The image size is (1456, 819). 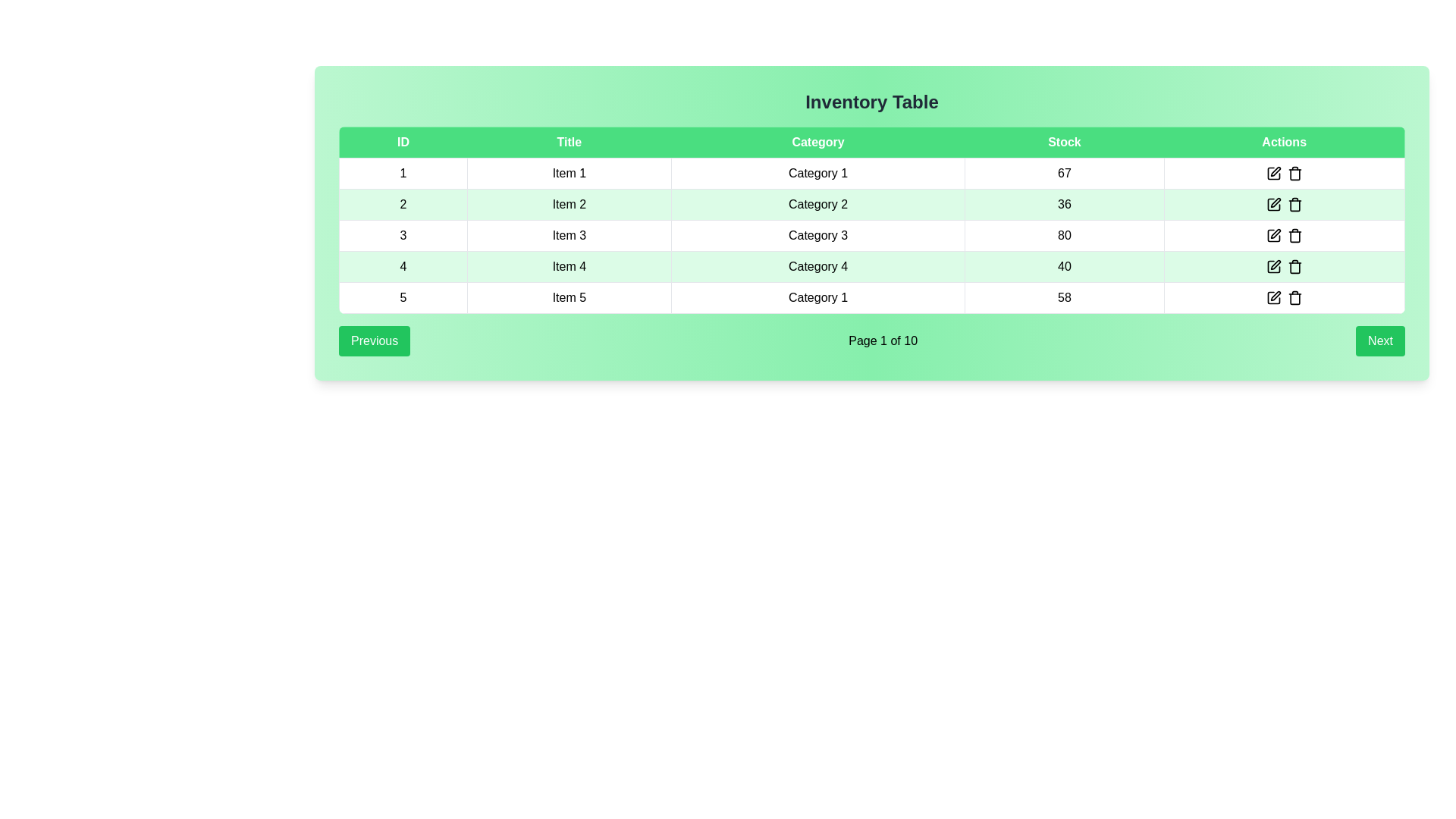 I want to click on the trash/delete icon located in the 'Actions' column of the second row of the 'Inventory Table', so click(x=1294, y=206).